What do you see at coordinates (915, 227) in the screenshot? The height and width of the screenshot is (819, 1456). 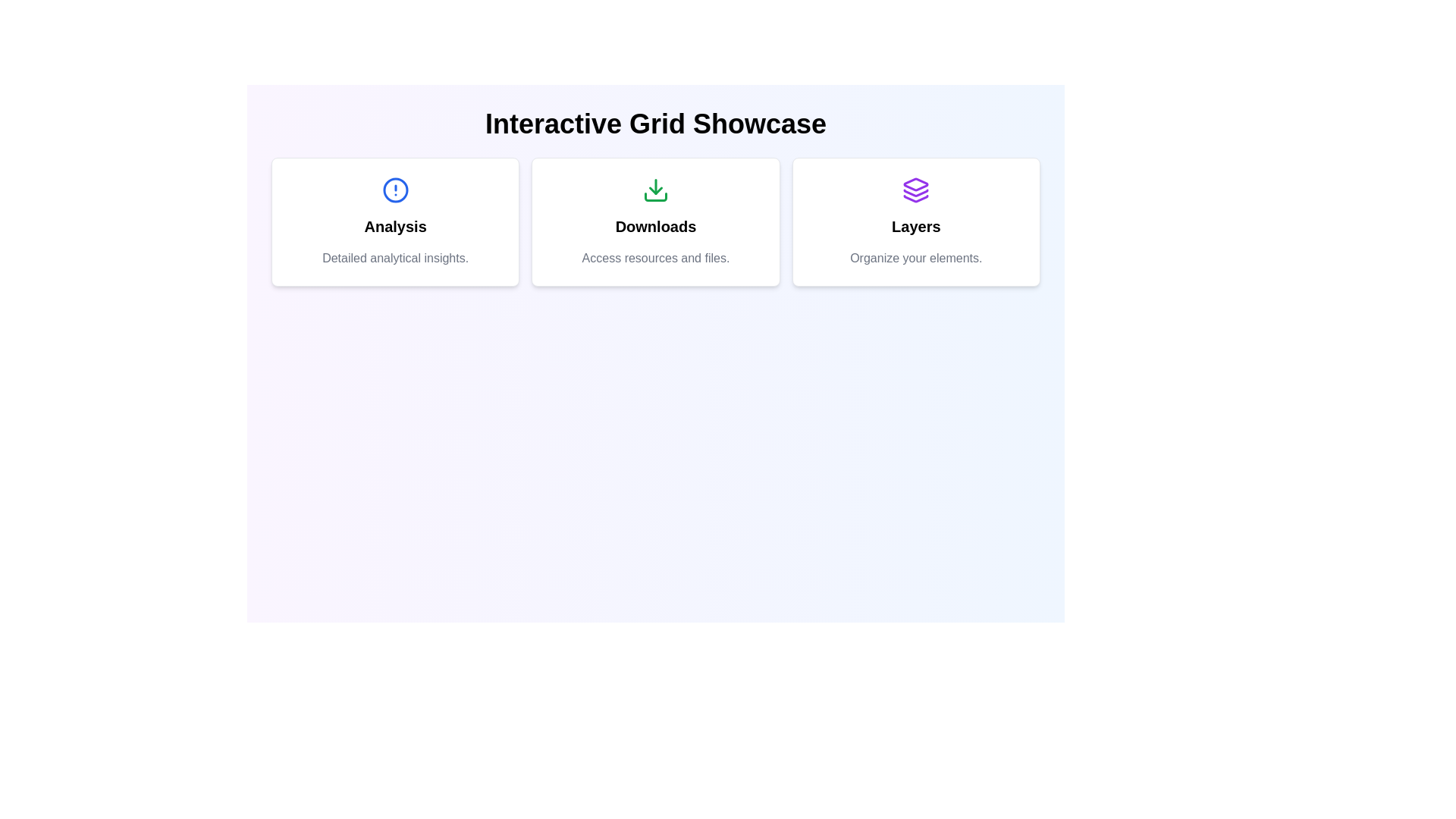 I see `the text label displaying 'Layers' in bold, located in the third card of the Interactive Grid Showcase, positioned below the icon and above the subtitle 'Organize your elements.'` at bounding box center [915, 227].